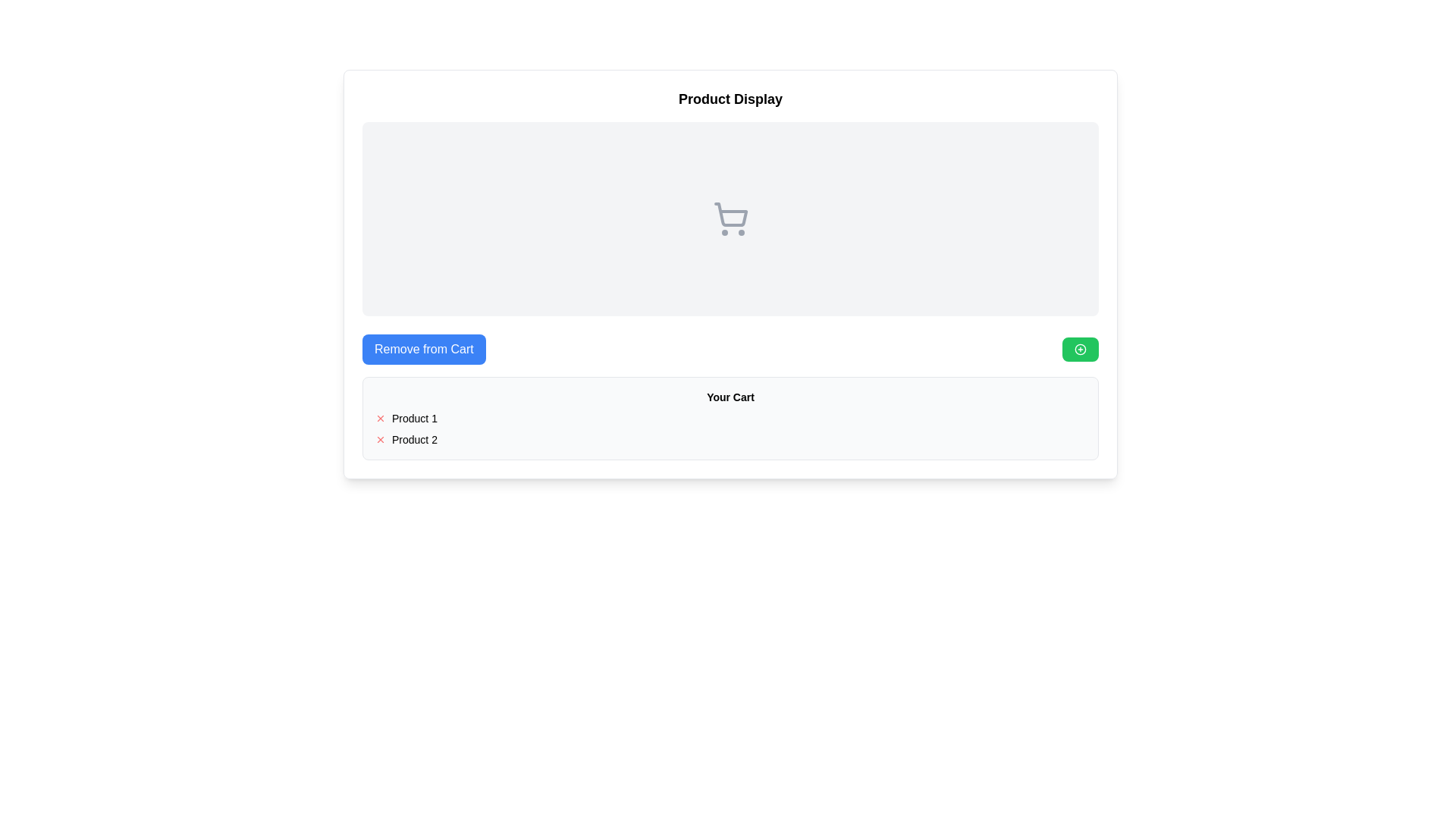  Describe the element at coordinates (1080, 350) in the screenshot. I see `the small circular green icon with a plus symbol embedded in the button located in the bottom-right section of the interface` at that location.